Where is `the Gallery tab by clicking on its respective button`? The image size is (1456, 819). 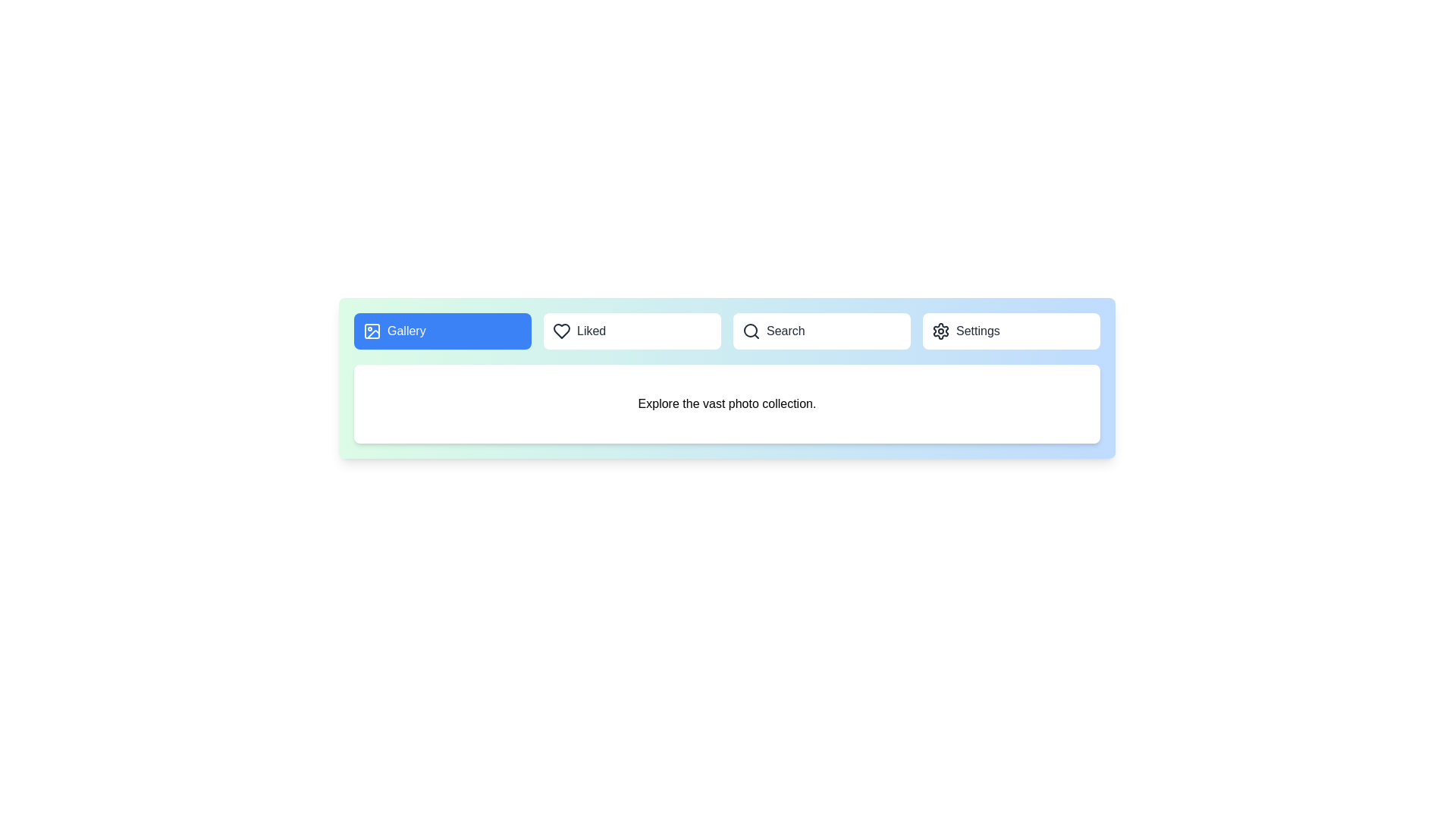
the Gallery tab by clicking on its respective button is located at coordinates (442, 330).